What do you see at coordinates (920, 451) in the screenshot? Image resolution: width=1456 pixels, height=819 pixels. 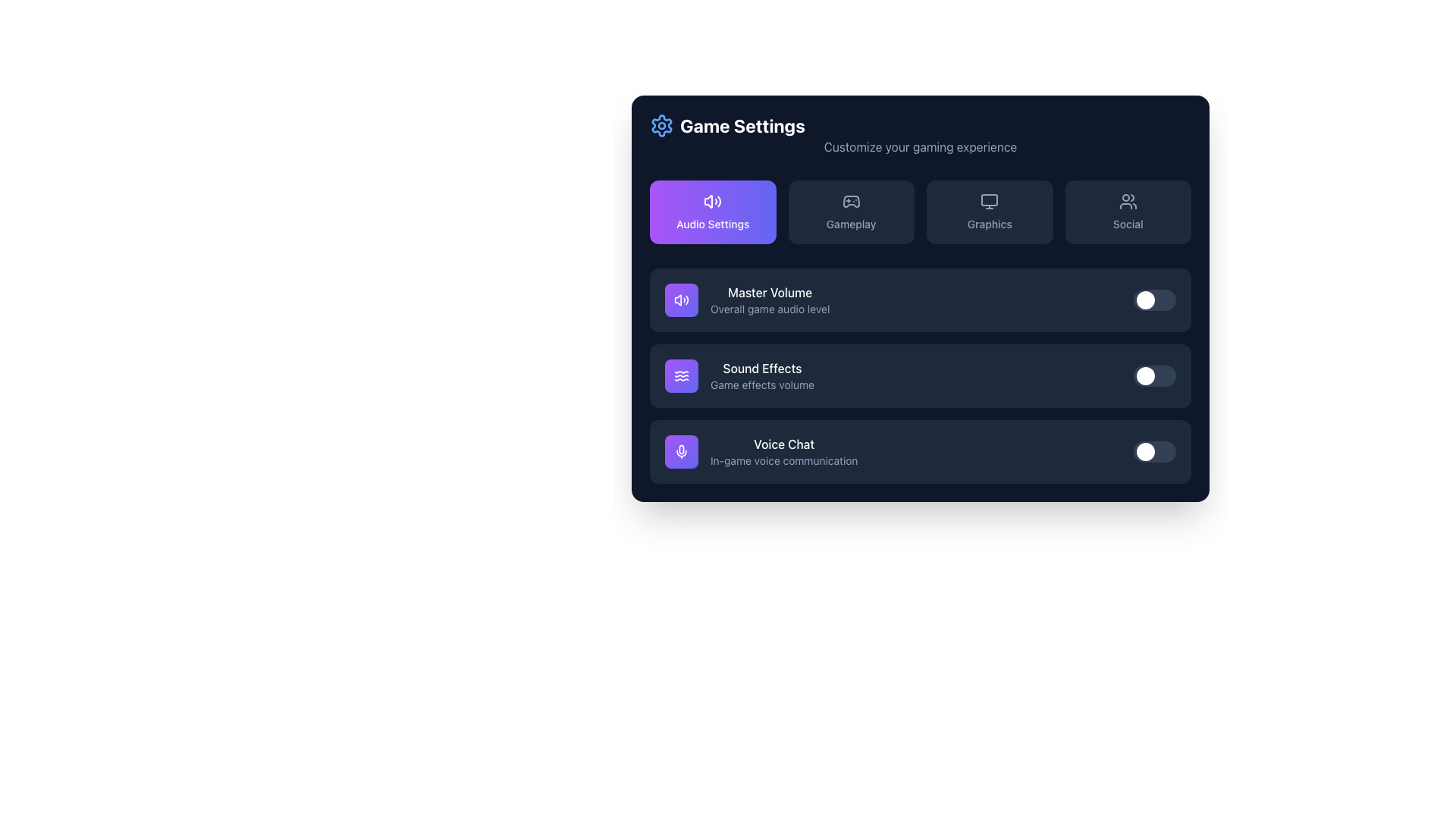 I see `the 'Voice Chat' toggle in the Audio Settings panel` at bounding box center [920, 451].